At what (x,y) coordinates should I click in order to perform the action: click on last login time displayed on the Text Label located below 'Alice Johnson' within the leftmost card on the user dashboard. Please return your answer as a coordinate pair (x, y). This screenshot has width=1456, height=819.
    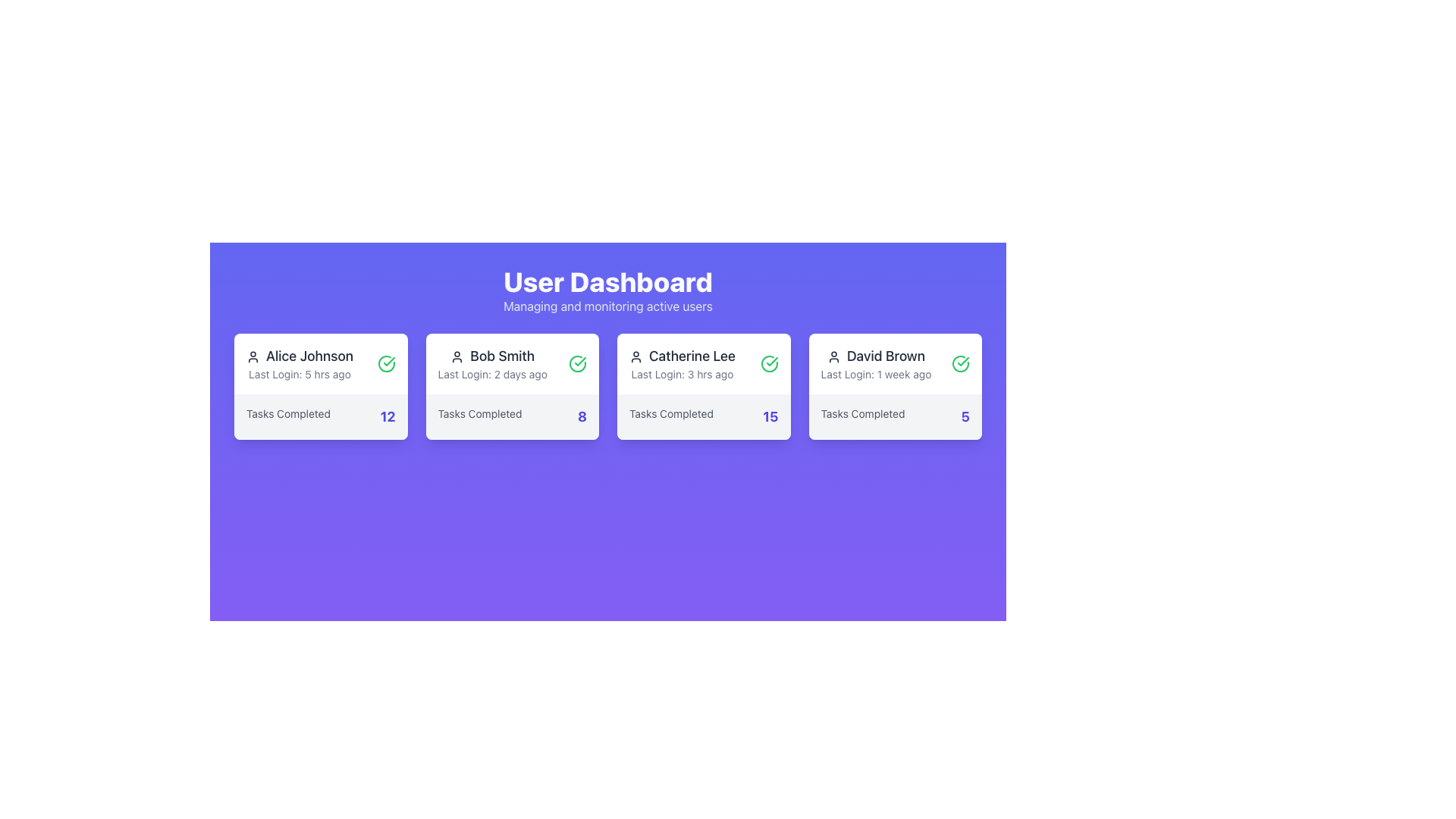
    Looking at the image, I should click on (300, 374).